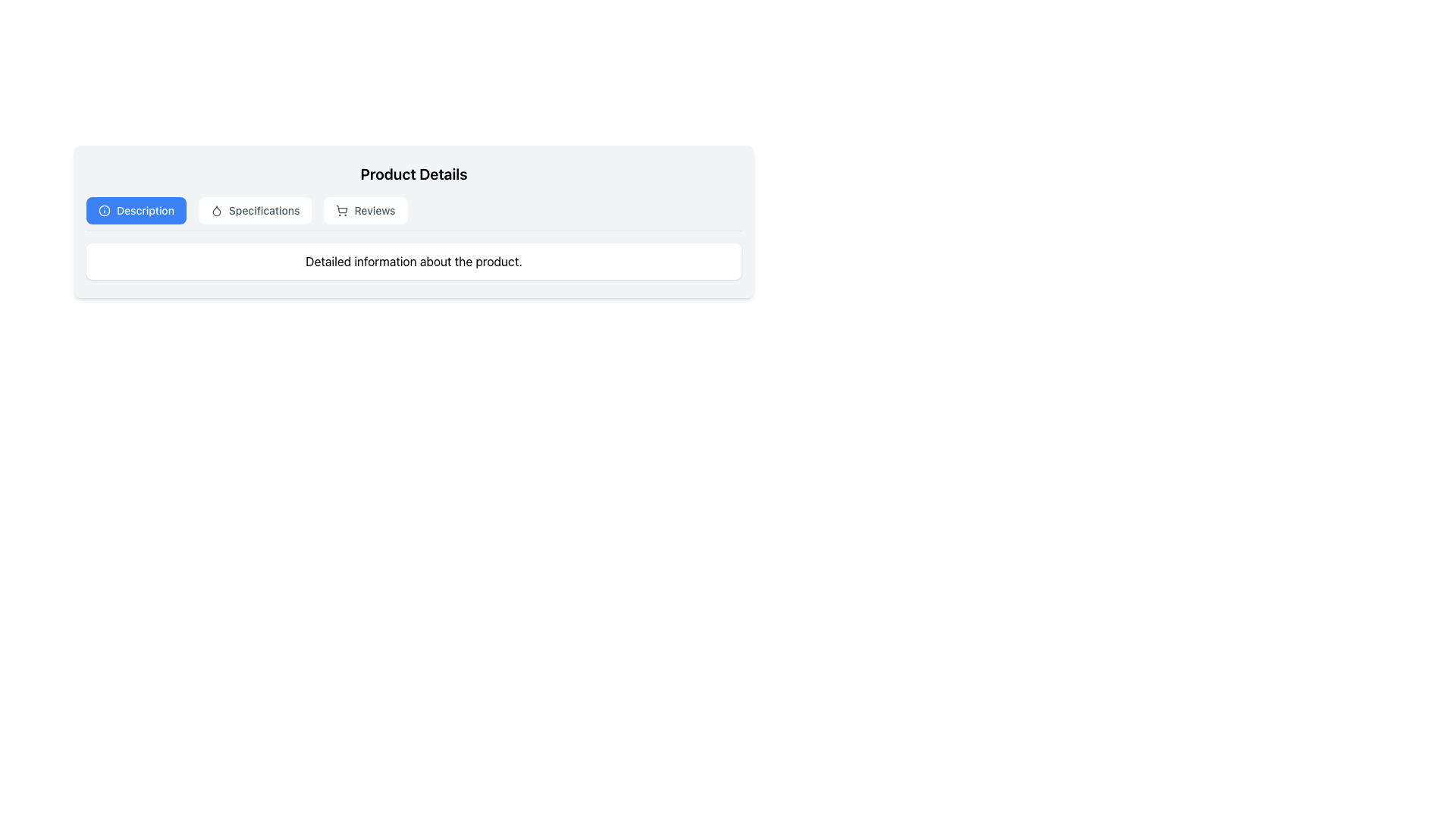 The image size is (1456, 819). Describe the element at coordinates (215, 210) in the screenshot. I see `the decorative icon representing 'Specifications' located in the 'Specifications' tab, positioned to the immediate right of the 'Description' tab` at that location.